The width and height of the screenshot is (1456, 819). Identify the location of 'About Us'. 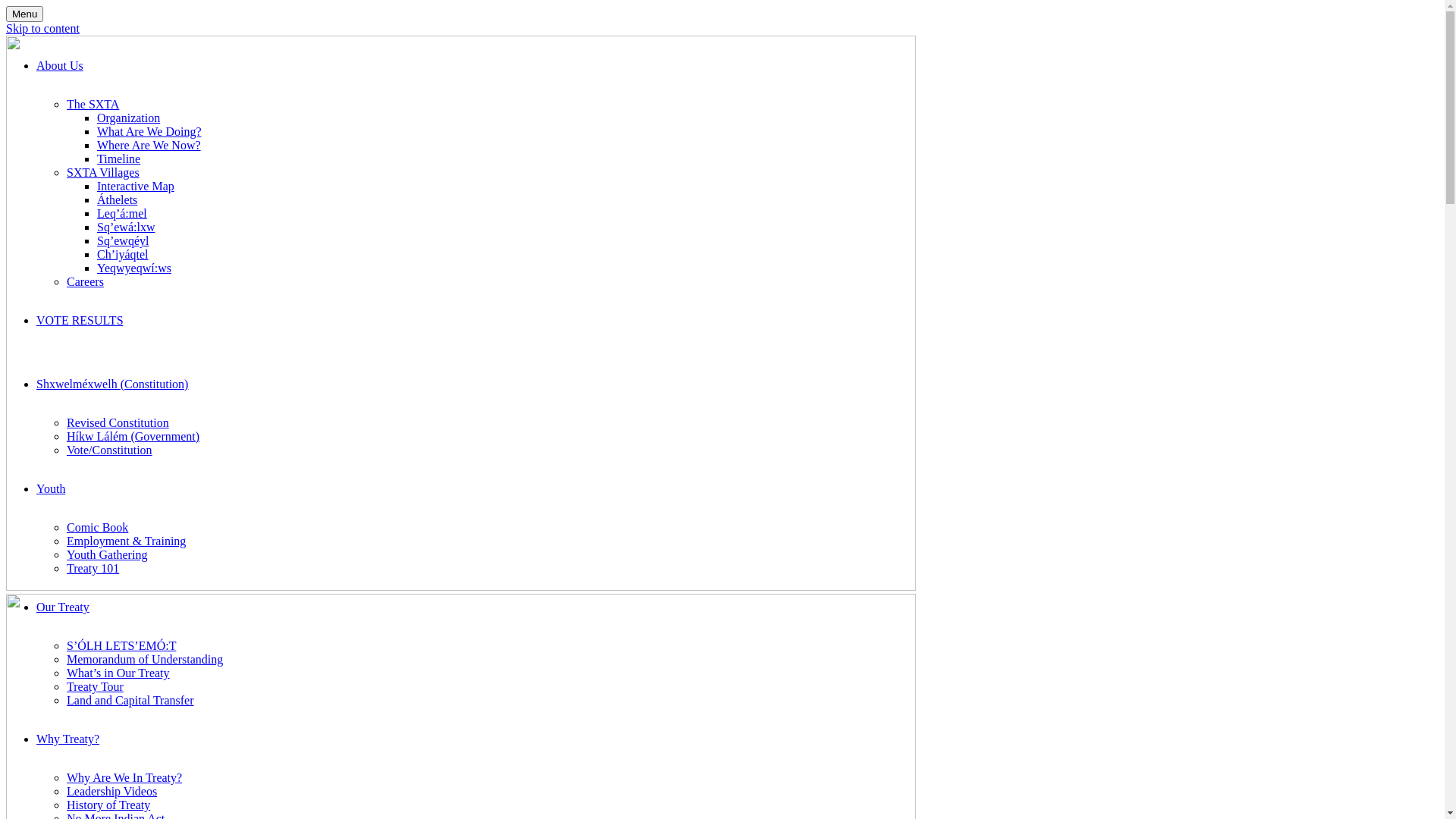
(59, 64).